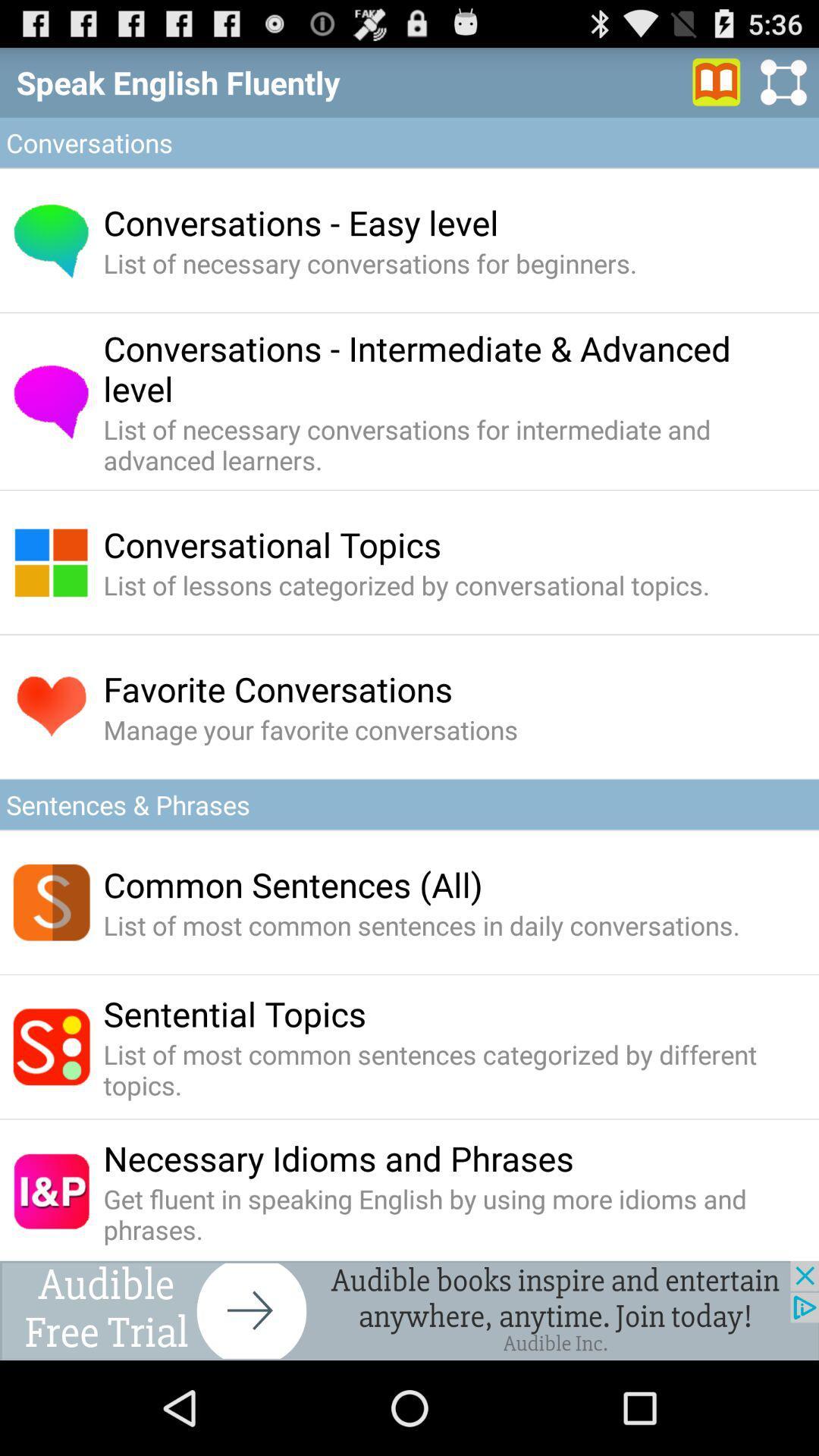 Image resolution: width=819 pixels, height=1456 pixels. What do you see at coordinates (717, 87) in the screenshot?
I see `the book icon` at bounding box center [717, 87].